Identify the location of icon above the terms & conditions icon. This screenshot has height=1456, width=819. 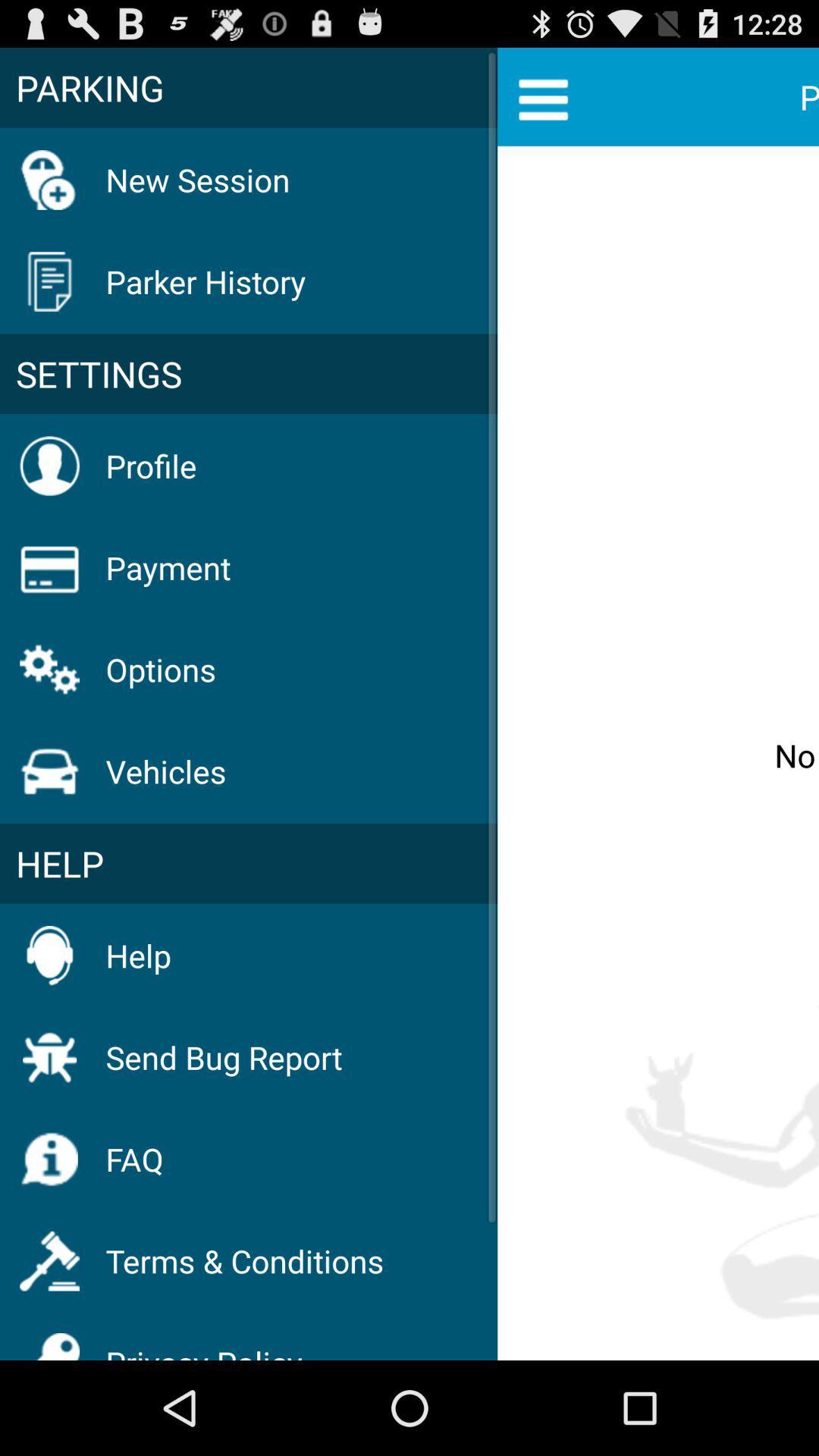
(133, 1158).